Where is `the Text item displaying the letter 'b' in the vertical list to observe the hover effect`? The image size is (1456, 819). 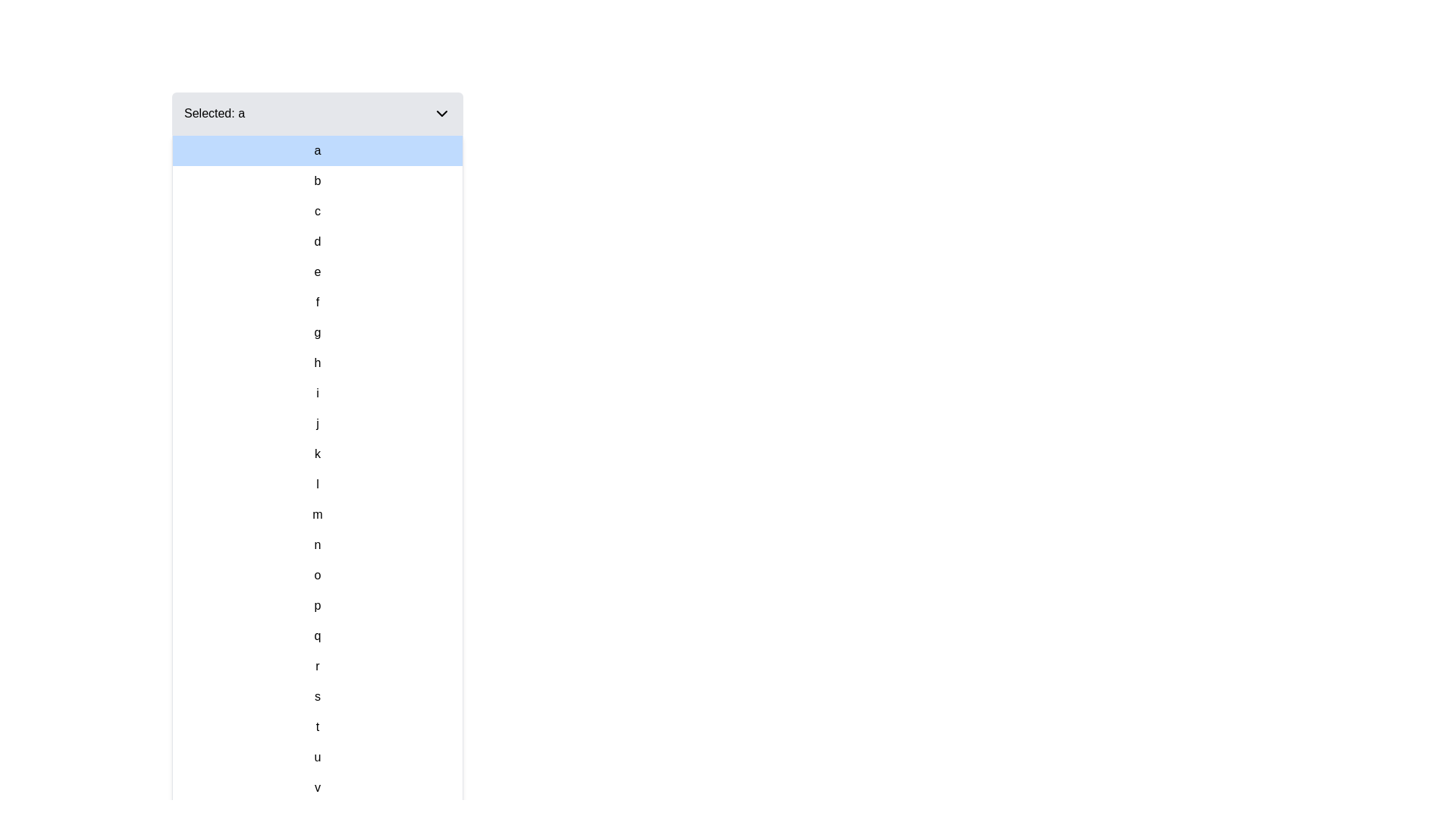 the Text item displaying the letter 'b' in the vertical list to observe the hover effect is located at coordinates (316, 180).